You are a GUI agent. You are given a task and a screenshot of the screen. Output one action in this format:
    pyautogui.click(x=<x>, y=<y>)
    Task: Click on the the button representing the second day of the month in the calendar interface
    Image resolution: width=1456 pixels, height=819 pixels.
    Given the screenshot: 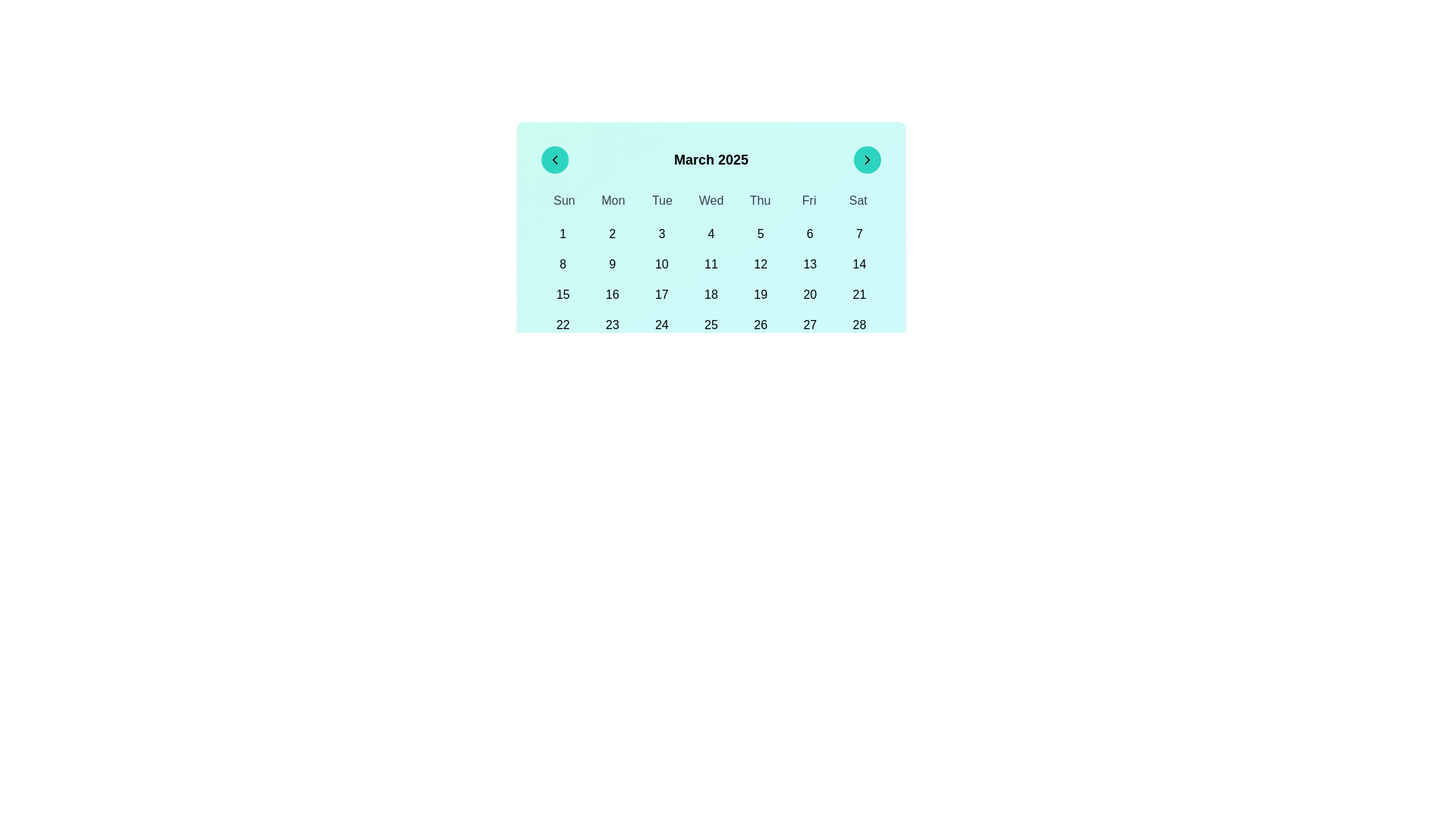 What is the action you would take?
    pyautogui.click(x=612, y=234)
    